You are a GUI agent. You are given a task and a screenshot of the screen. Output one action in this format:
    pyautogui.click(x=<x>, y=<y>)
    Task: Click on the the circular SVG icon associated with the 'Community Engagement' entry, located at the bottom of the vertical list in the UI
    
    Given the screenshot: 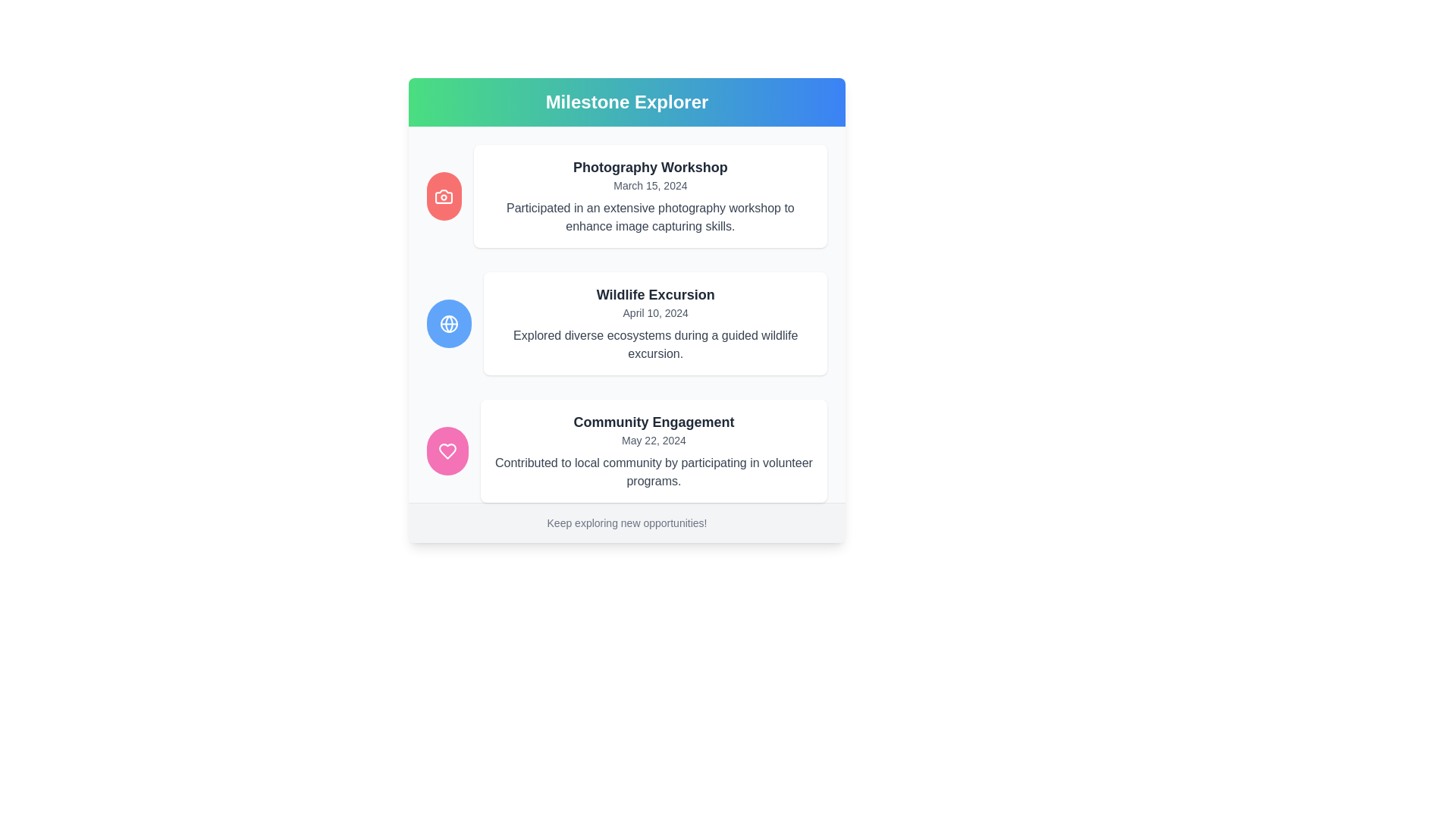 What is the action you would take?
    pyautogui.click(x=447, y=450)
    